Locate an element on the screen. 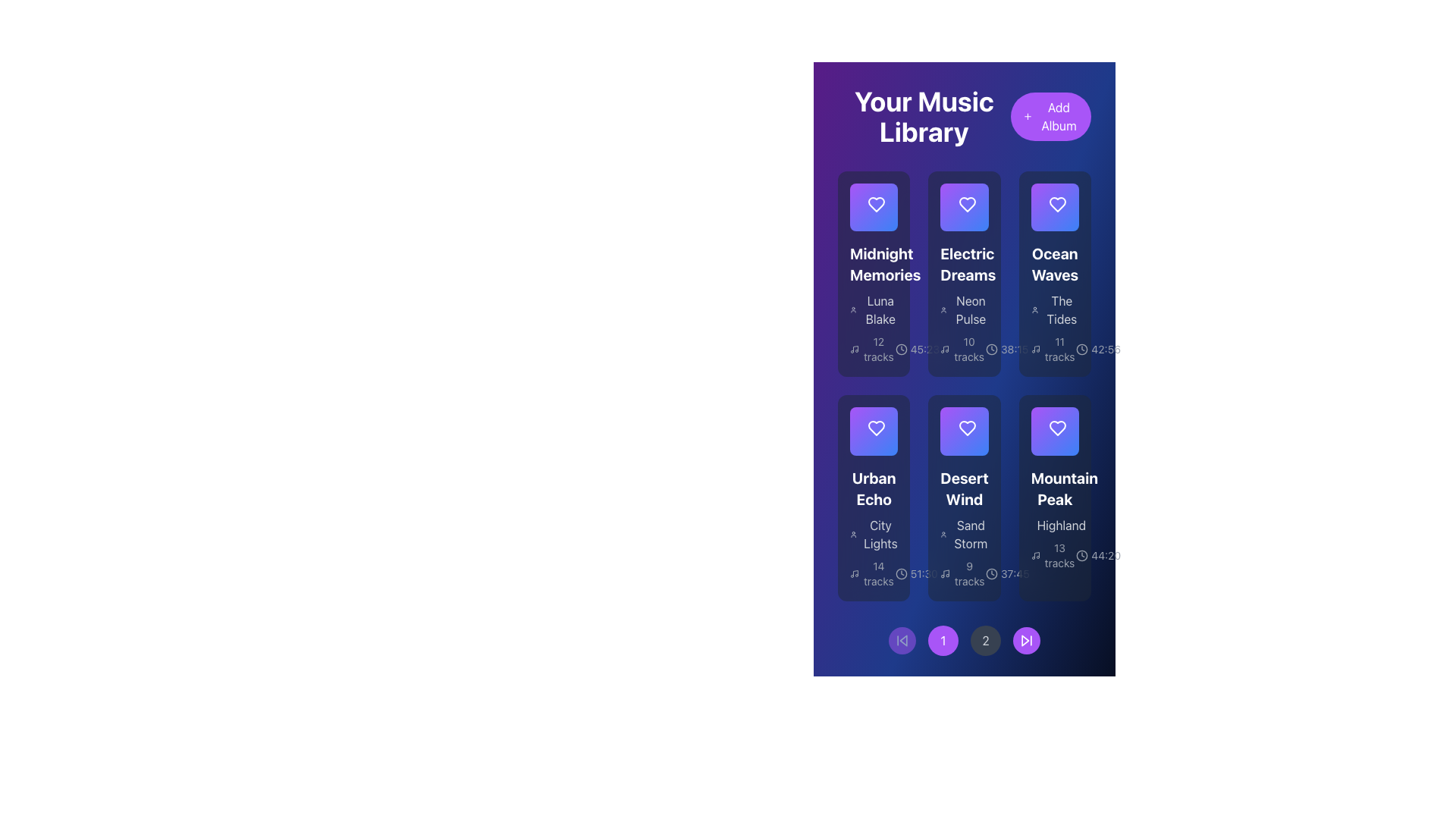 The height and width of the screenshot is (819, 1456). the purple triangular play icon button within the white circular background, part of the 'Electric Dreams' music card, located in the second column of the top row in the grid layout is located at coordinates (964, 207).